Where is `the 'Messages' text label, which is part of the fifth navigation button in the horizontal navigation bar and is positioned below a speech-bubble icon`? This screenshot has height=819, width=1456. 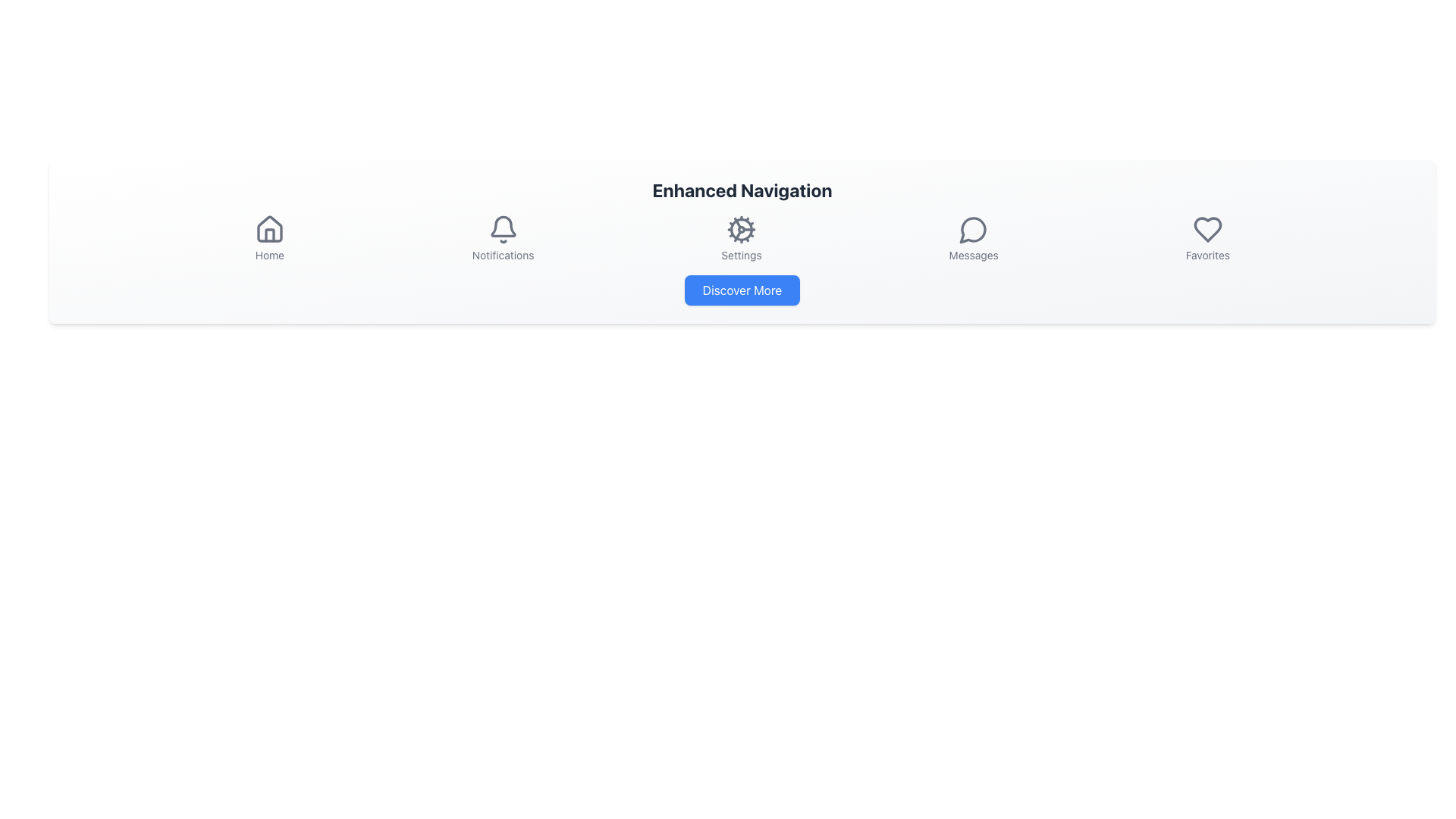
the 'Messages' text label, which is part of the fifth navigation button in the horizontal navigation bar and is positioned below a speech-bubble icon is located at coordinates (974, 254).